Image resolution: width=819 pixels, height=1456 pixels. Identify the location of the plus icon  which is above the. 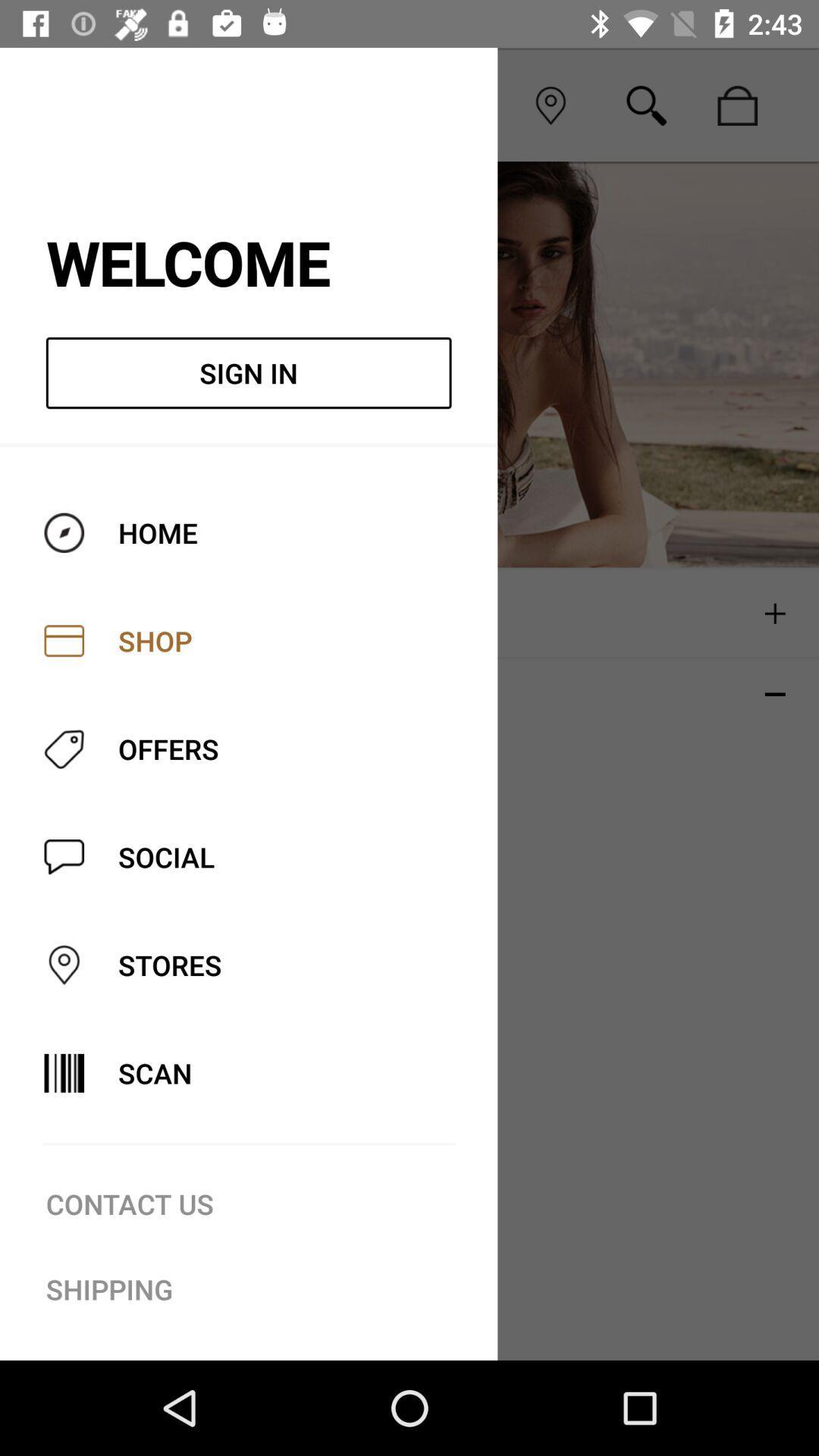
(775, 613).